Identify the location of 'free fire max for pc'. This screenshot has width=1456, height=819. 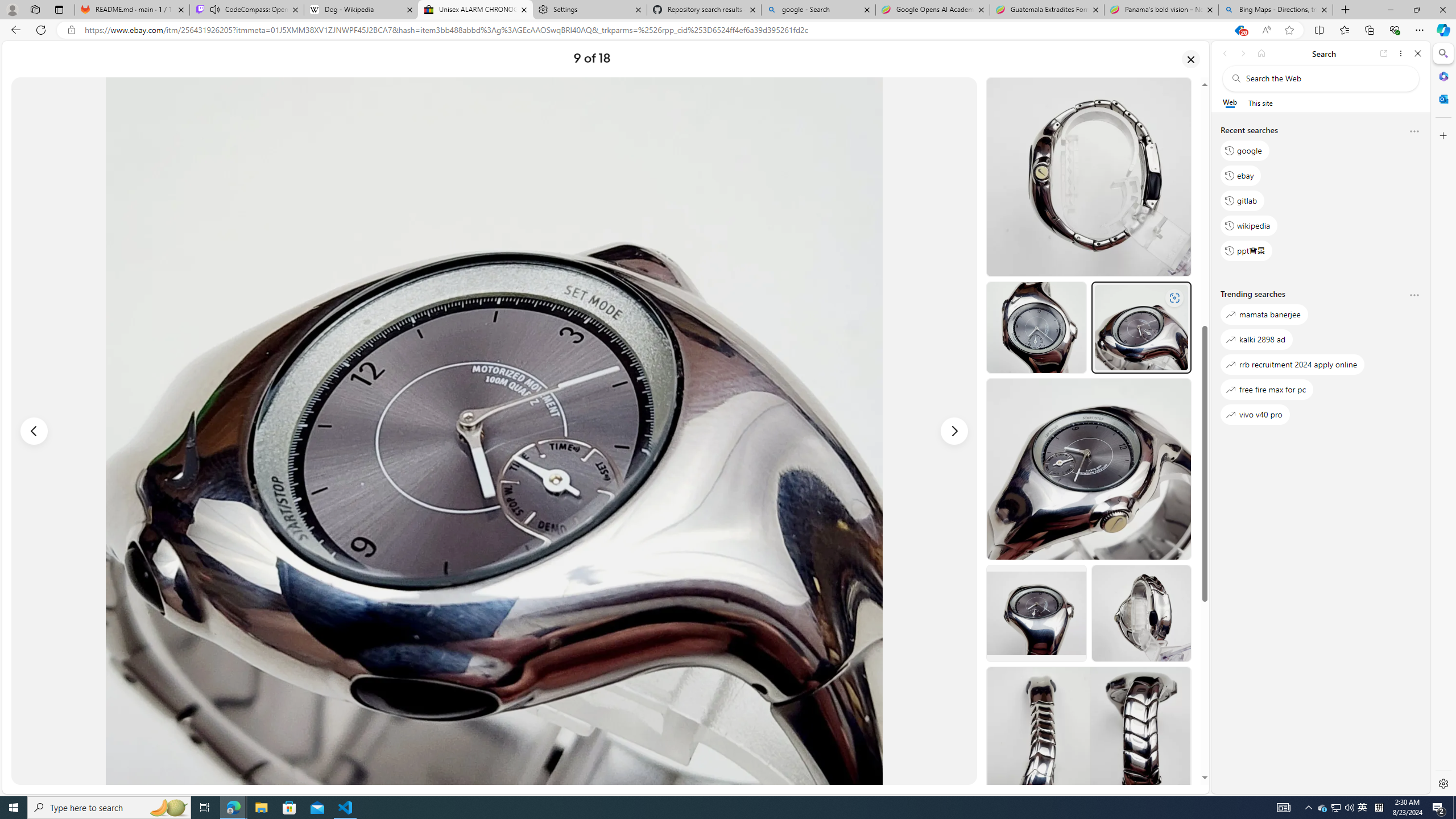
(1266, 388).